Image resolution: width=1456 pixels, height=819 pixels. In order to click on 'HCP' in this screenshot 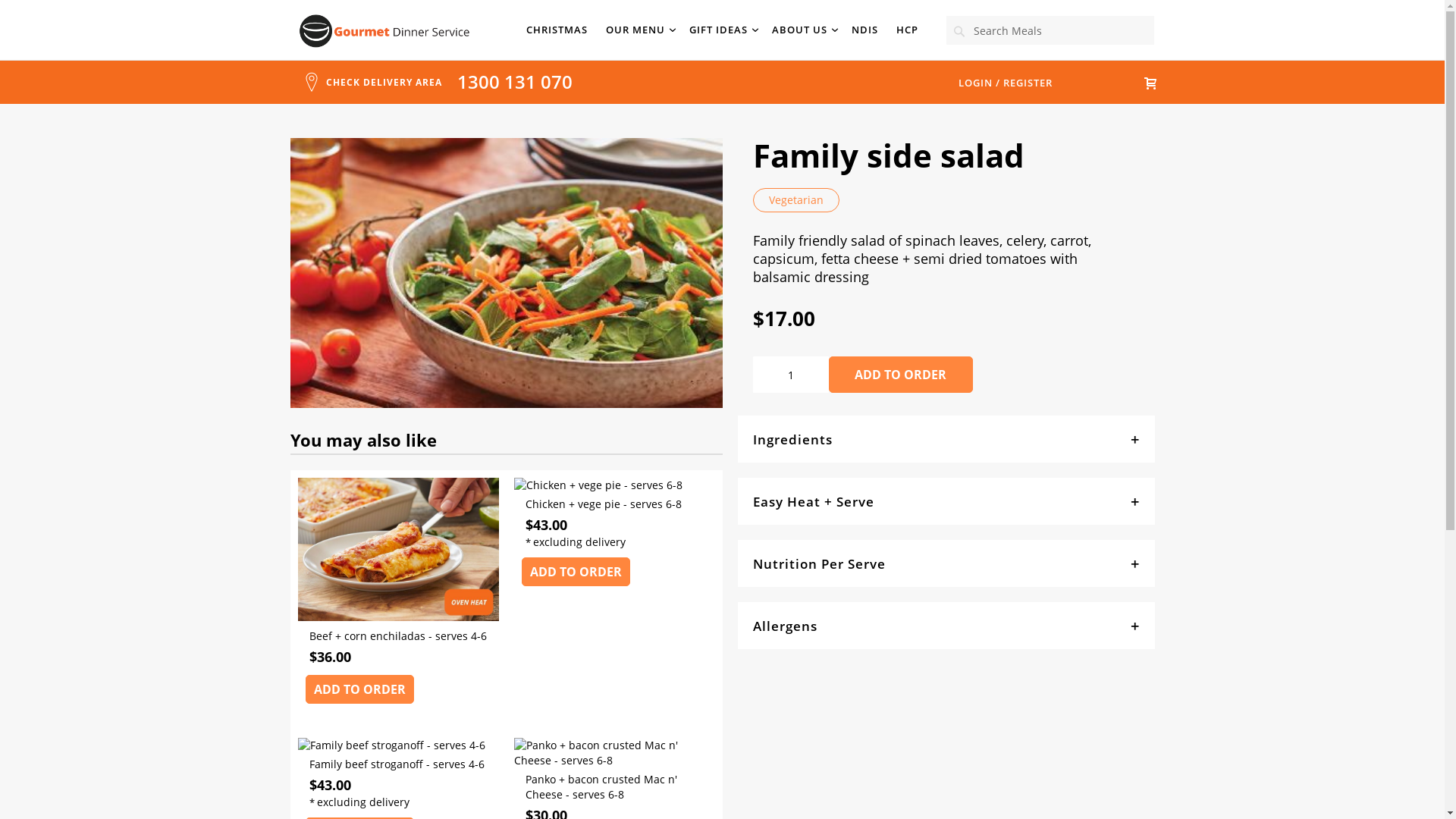, I will do `click(896, 30)`.